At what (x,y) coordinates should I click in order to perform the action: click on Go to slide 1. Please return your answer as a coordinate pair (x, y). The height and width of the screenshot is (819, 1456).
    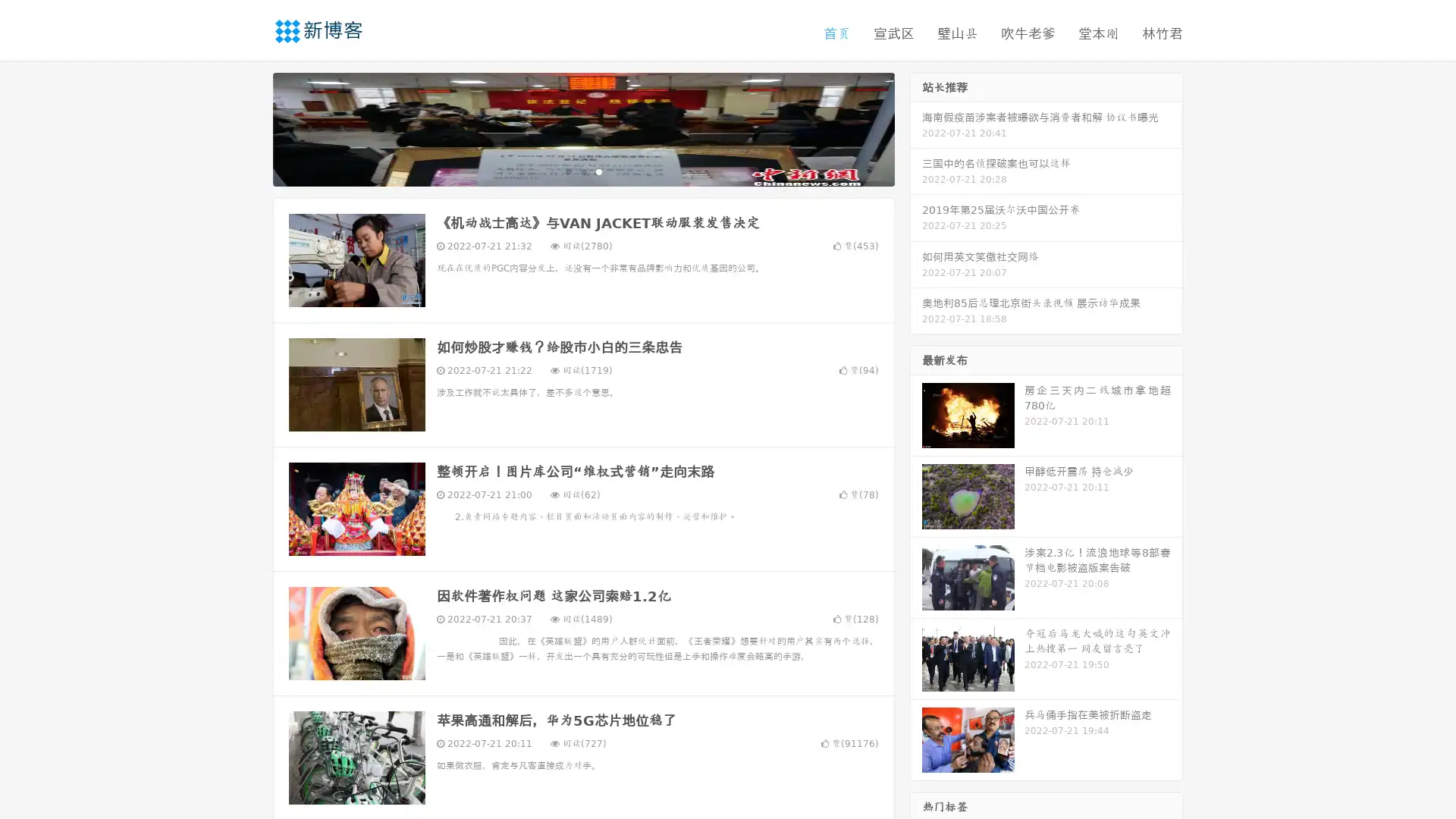
    Looking at the image, I should click on (567, 171).